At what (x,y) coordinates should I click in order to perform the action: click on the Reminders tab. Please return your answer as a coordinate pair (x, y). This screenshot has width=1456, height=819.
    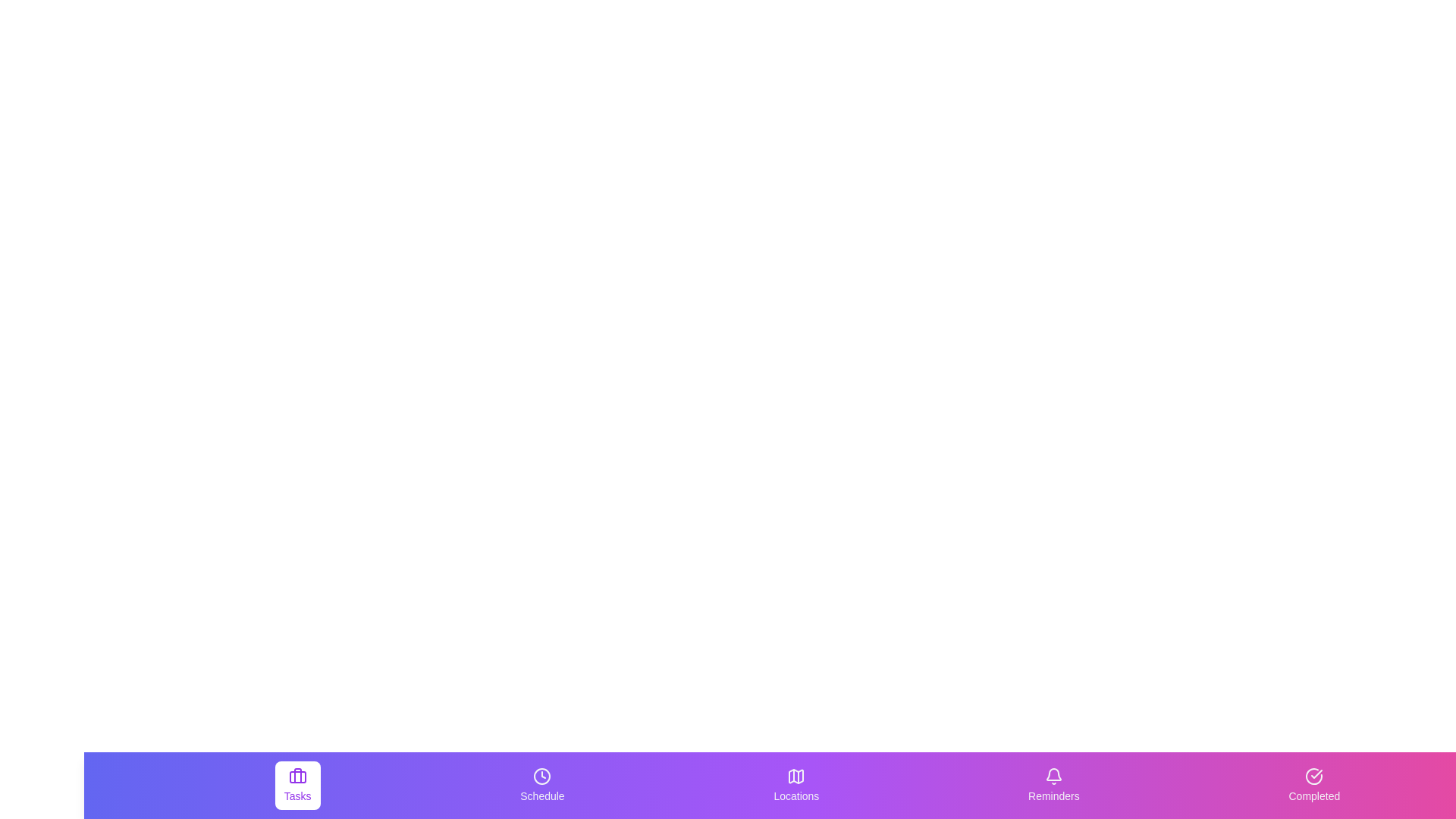
    Looking at the image, I should click on (1053, 785).